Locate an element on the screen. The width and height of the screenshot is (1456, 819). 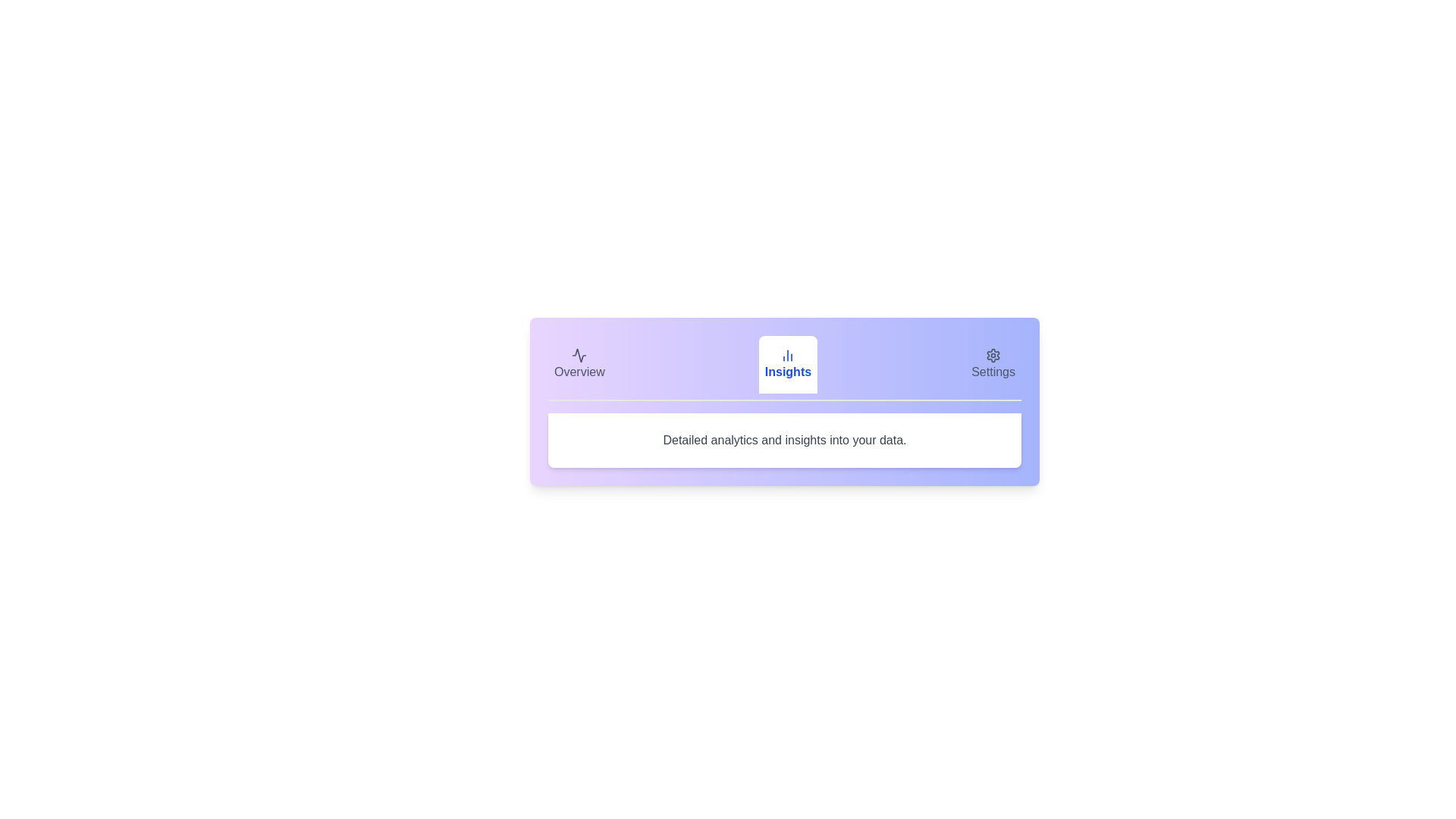
the Overview tab to view its content is located at coordinates (579, 365).